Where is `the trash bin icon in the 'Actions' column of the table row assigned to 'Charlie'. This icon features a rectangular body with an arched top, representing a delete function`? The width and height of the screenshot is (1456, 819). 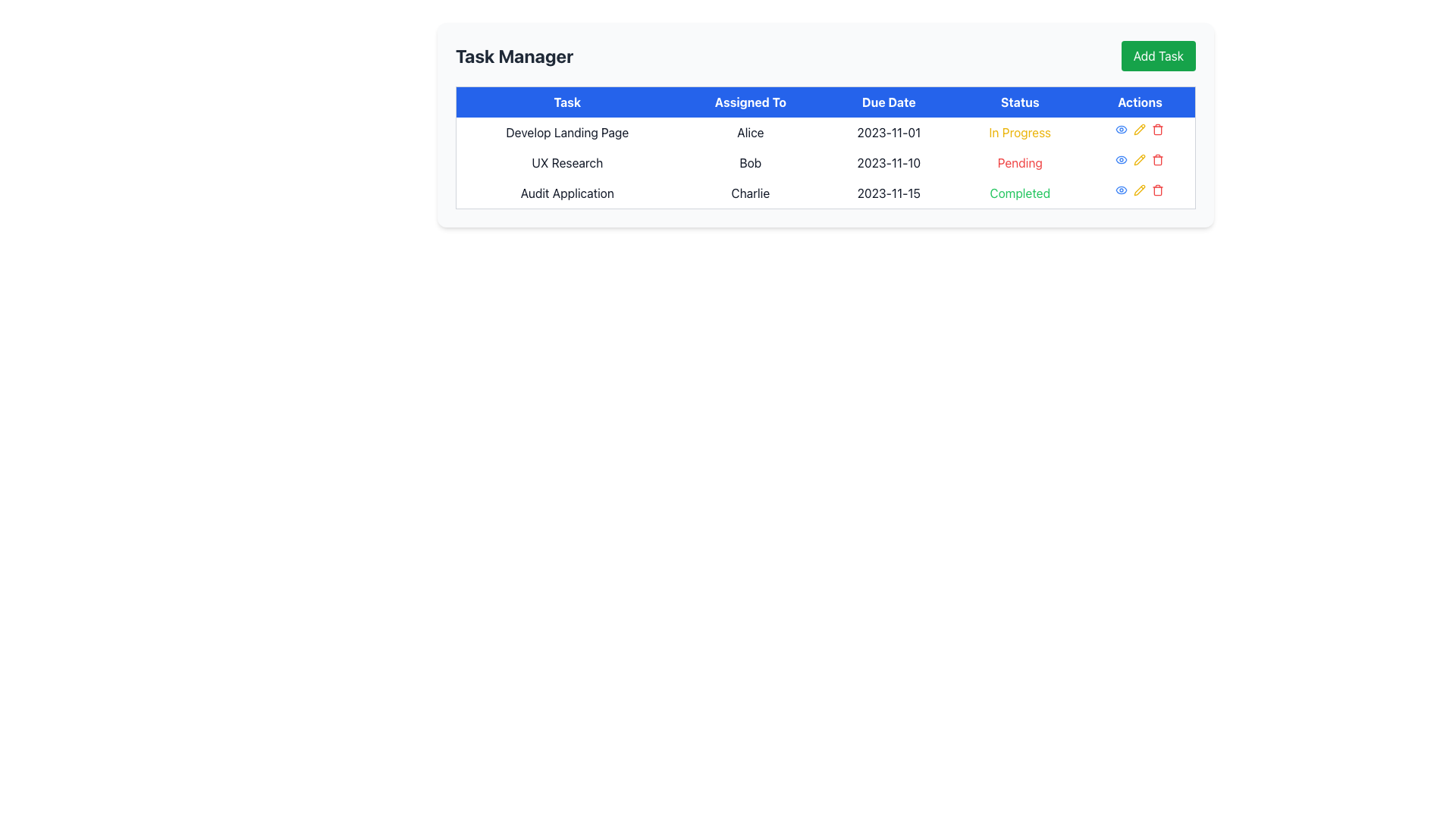 the trash bin icon in the 'Actions' column of the table row assigned to 'Charlie'. This icon features a rectangular body with an arched top, representing a delete function is located at coordinates (1157, 190).